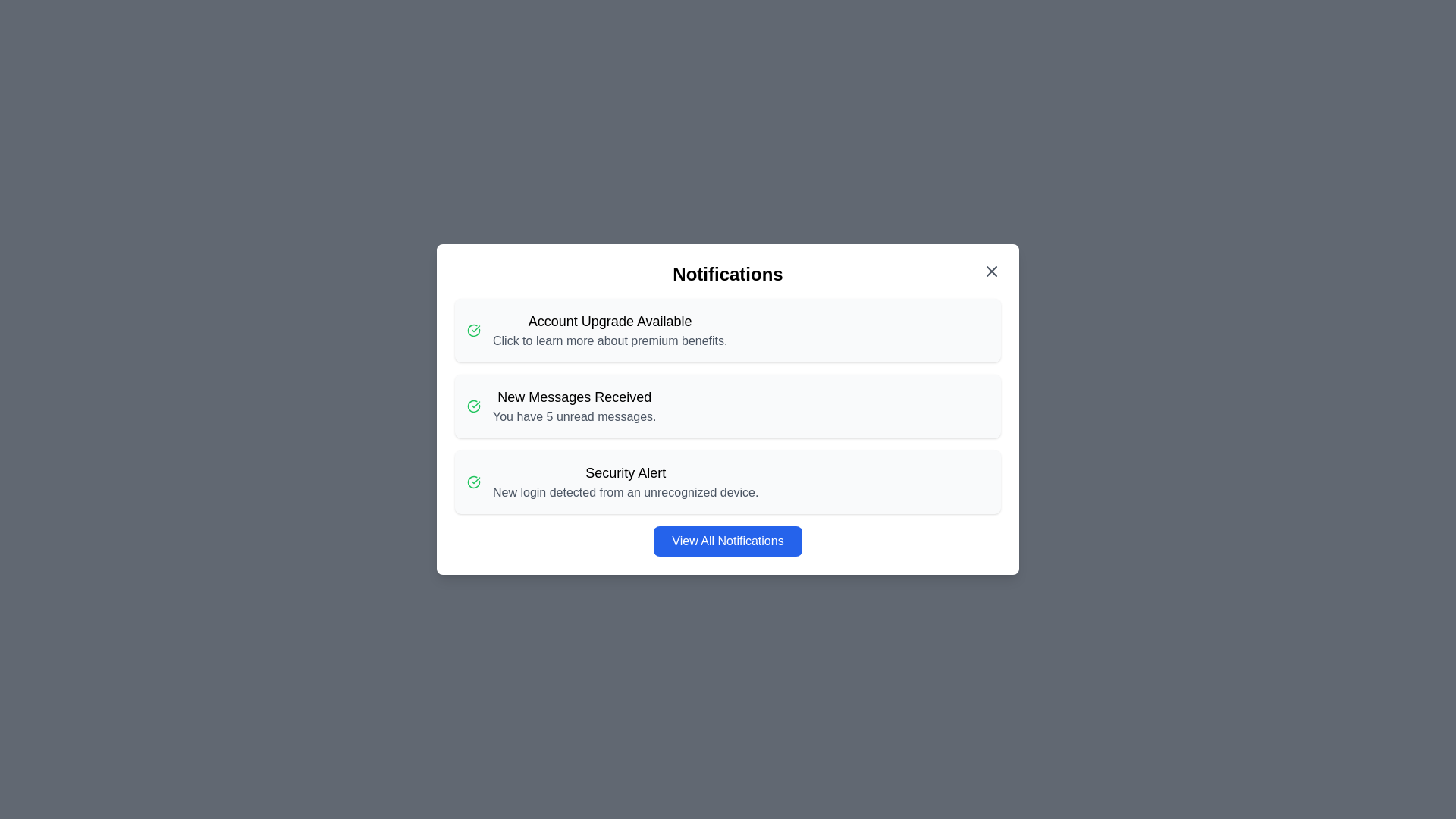  Describe the element at coordinates (472, 329) in the screenshot. I see `the circular green icon with a white border located next to the 'New Messages Received' notification in the notification dialog` at that location.